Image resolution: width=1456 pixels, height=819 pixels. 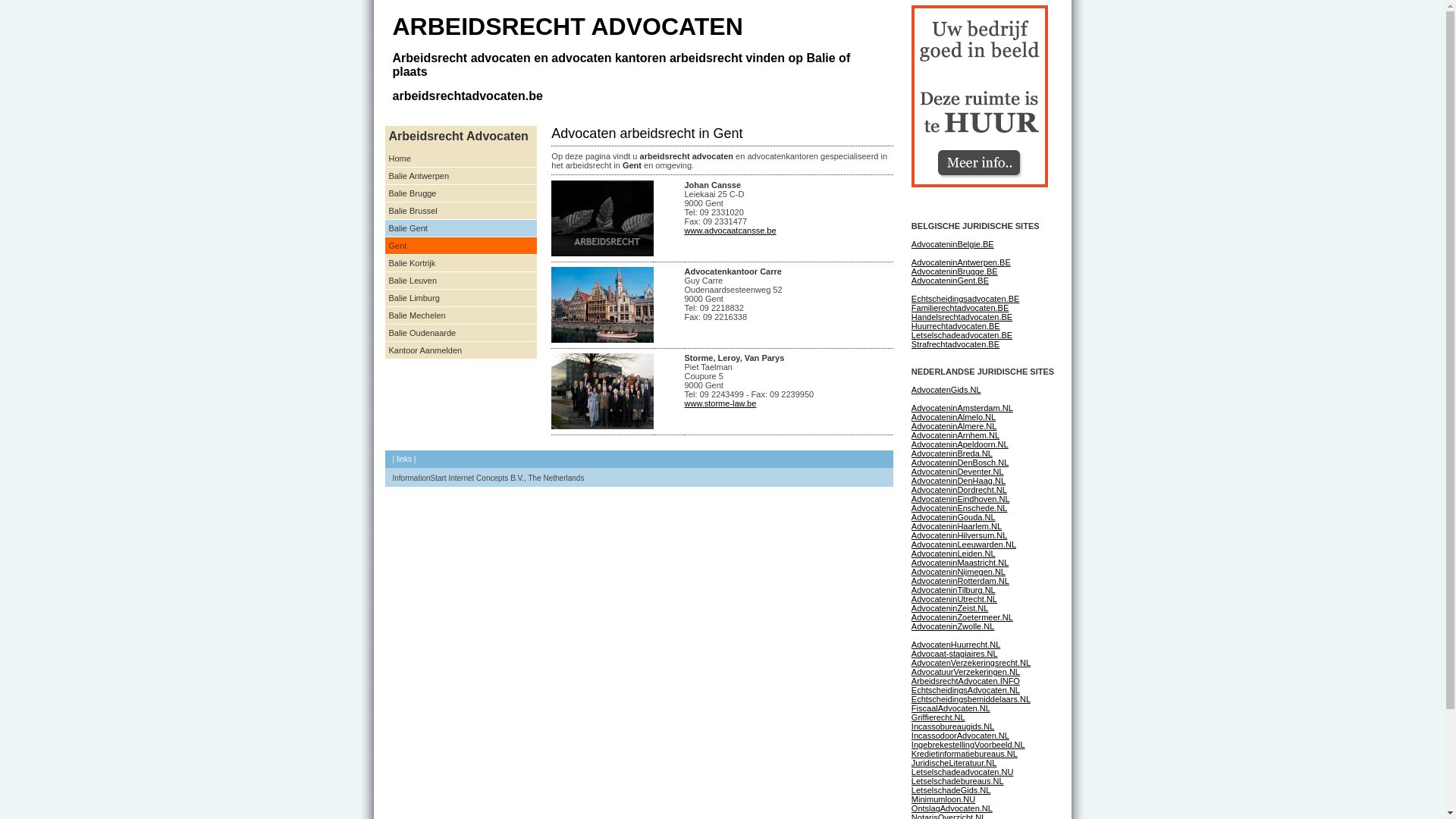 What do you see at coordinates (959, 508) in the screenshot?
I see `'AdvocateninEnschede.NL'` at bounding box center [959, 508].